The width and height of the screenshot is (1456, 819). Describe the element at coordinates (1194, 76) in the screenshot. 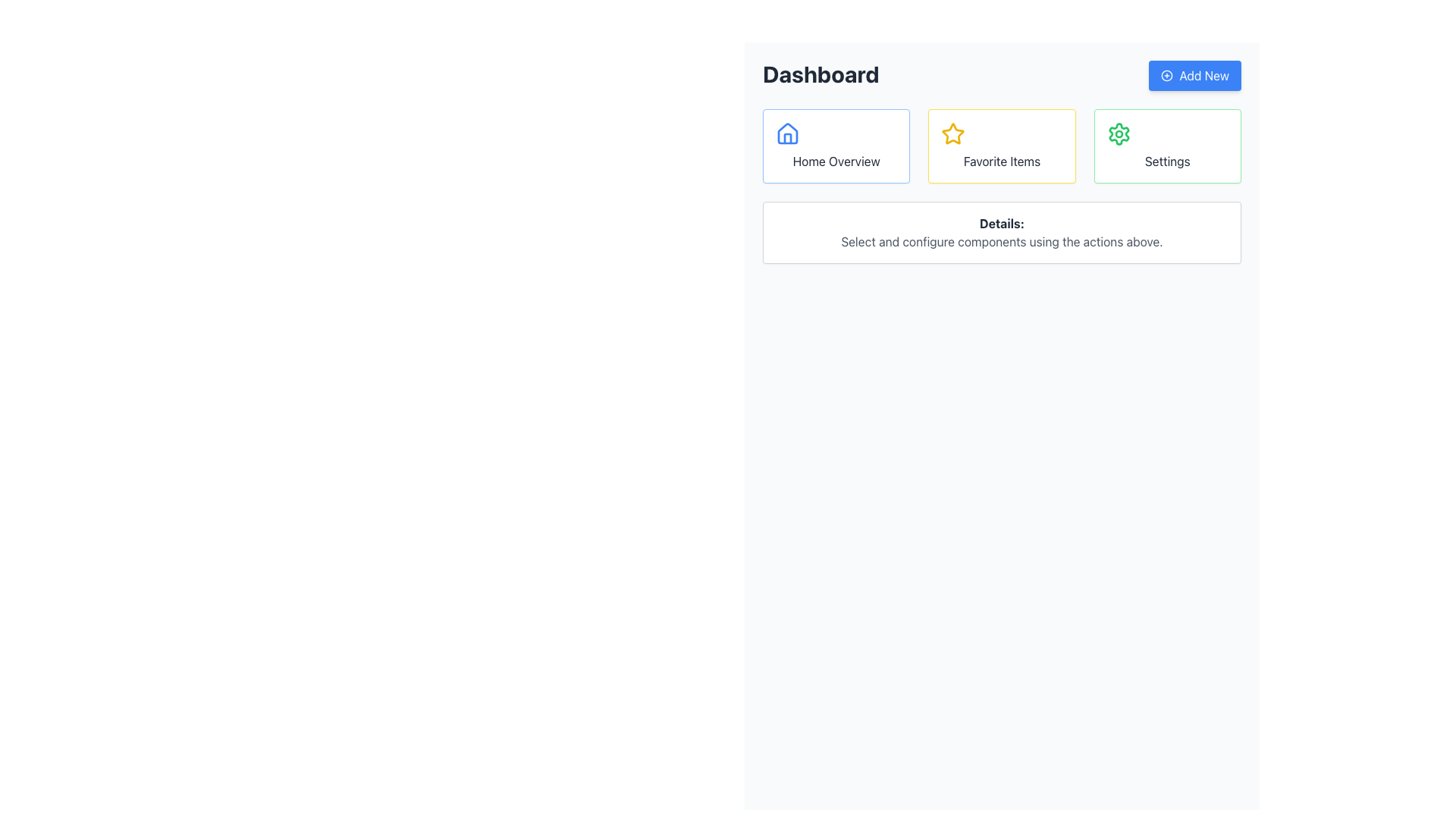

I see `the rectangular button with a blue background and white text that reads 'Add New', located in the top right corner of the 'Dashboard' section` at that location.